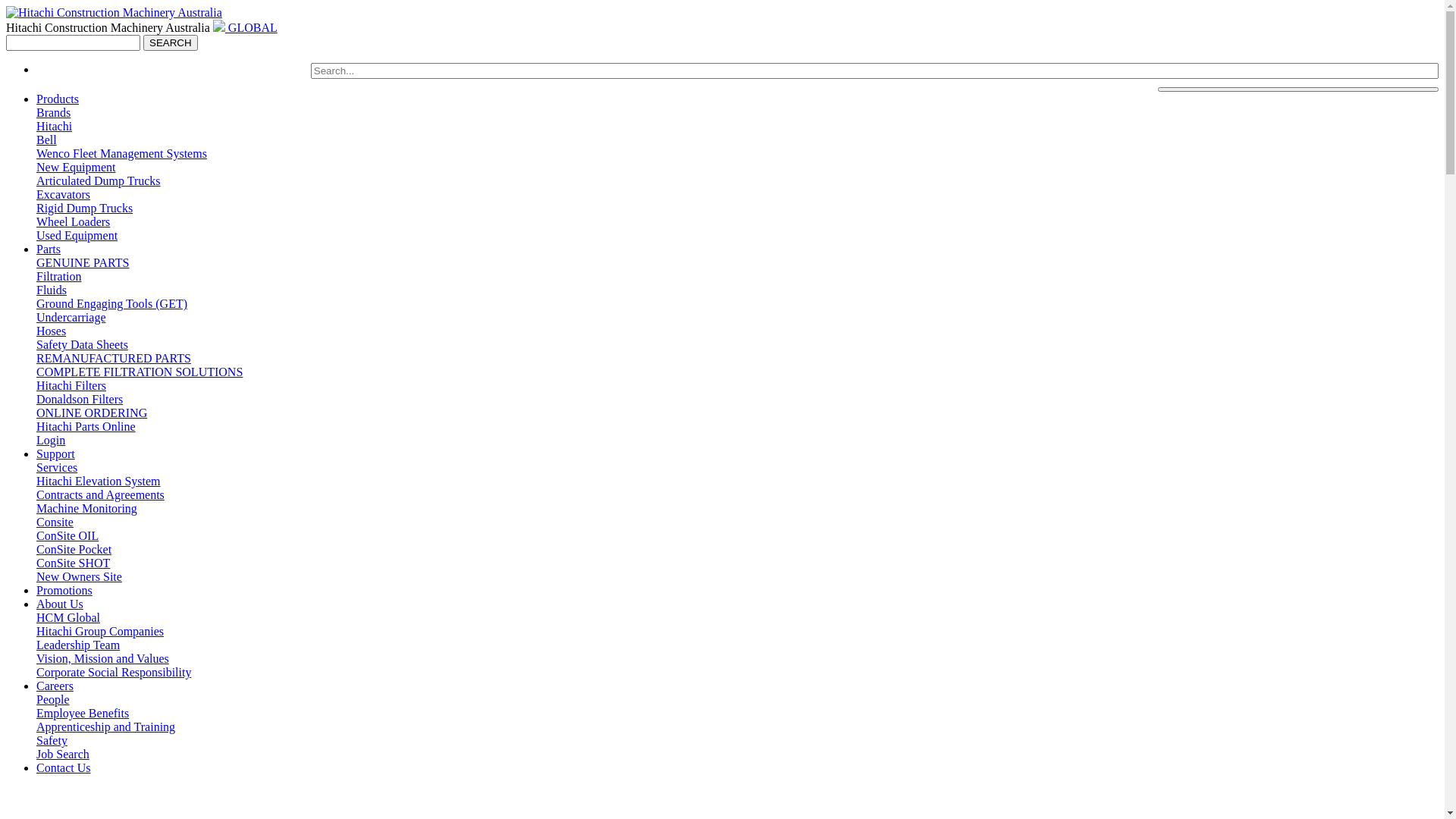  Describe the element at coordinates (83, 208) in the screenshot. I see `'Rigid Dump Trucks'` at that location.